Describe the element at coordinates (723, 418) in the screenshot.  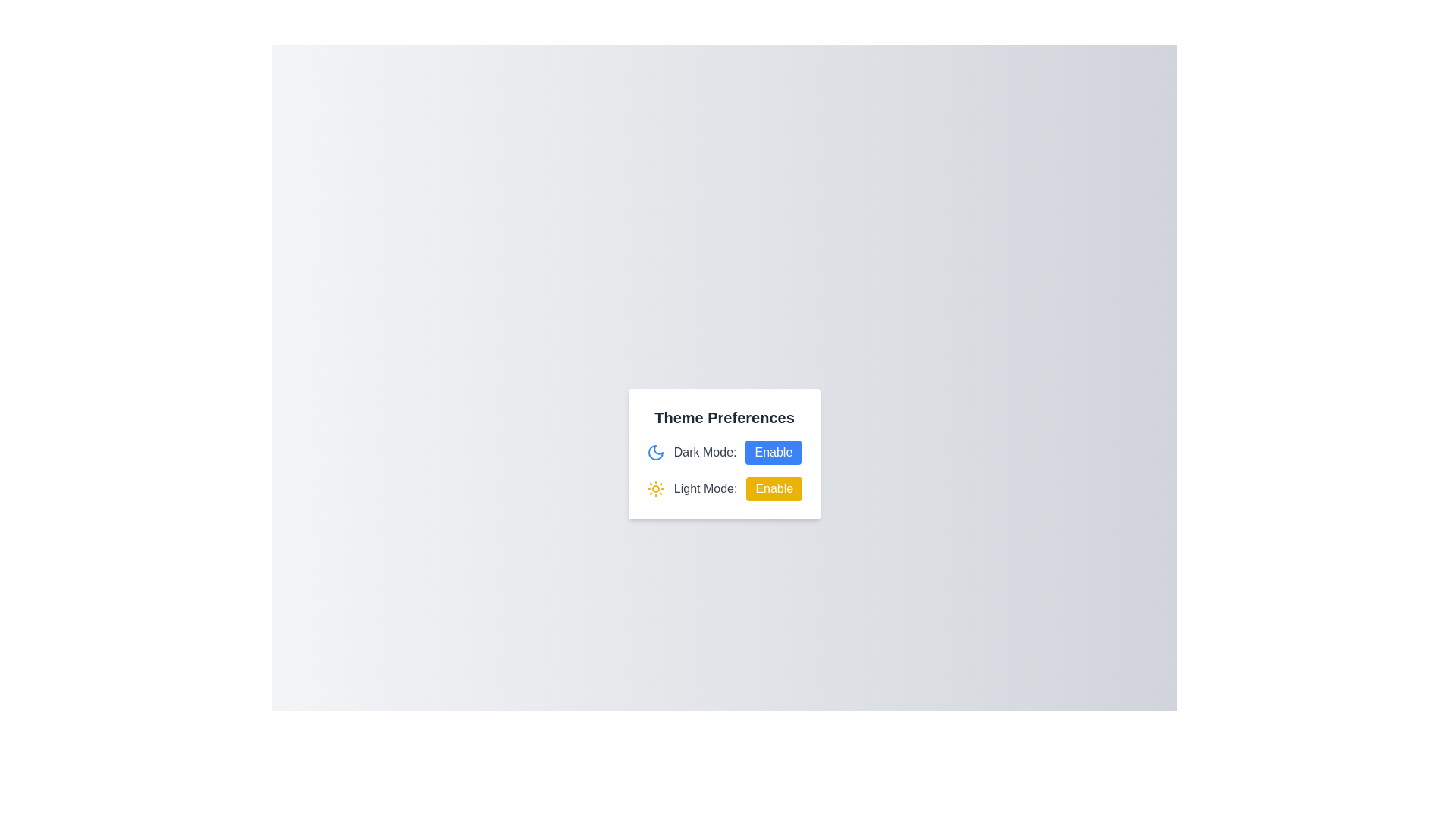
I see `the heading element displaying the phrase 'Theme Preferences', which is styled in bold and larger font size, located centrally above the toggle buttons for 'Dark Mode' and 'Light Mode'` at that location.